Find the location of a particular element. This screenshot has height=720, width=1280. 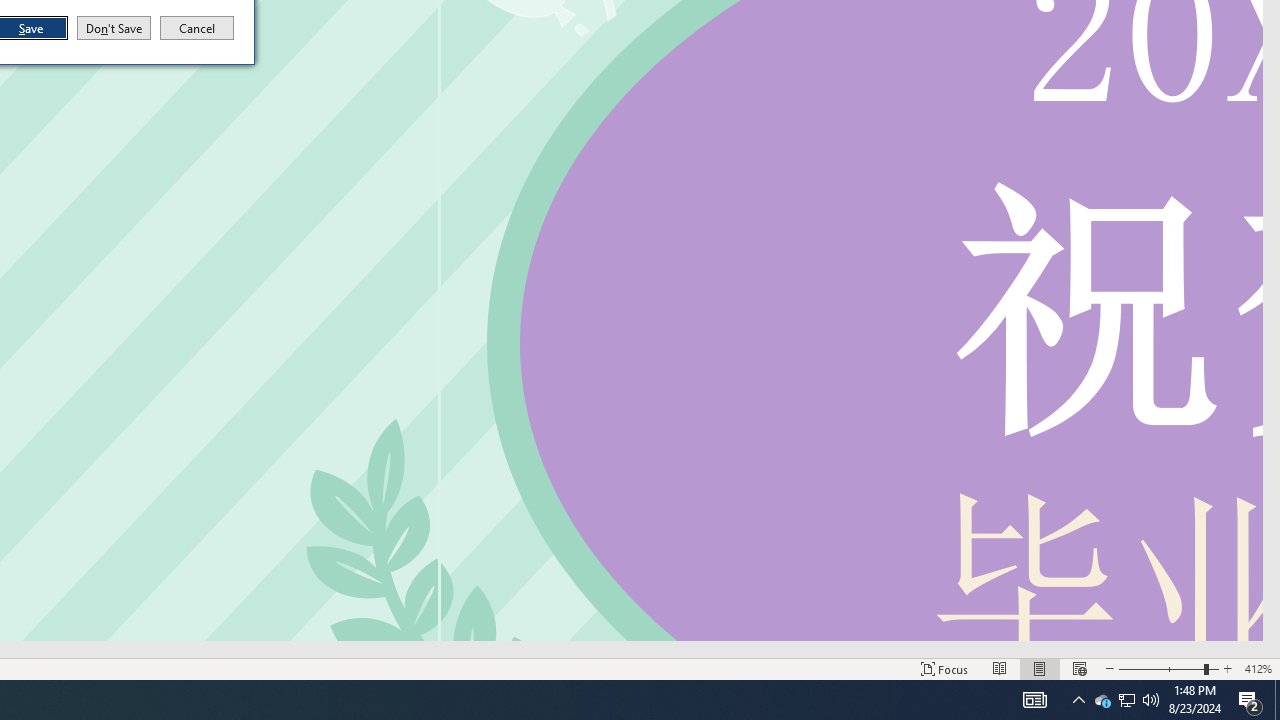

'Notification Chevron' is located at coordinates (1078, 698).